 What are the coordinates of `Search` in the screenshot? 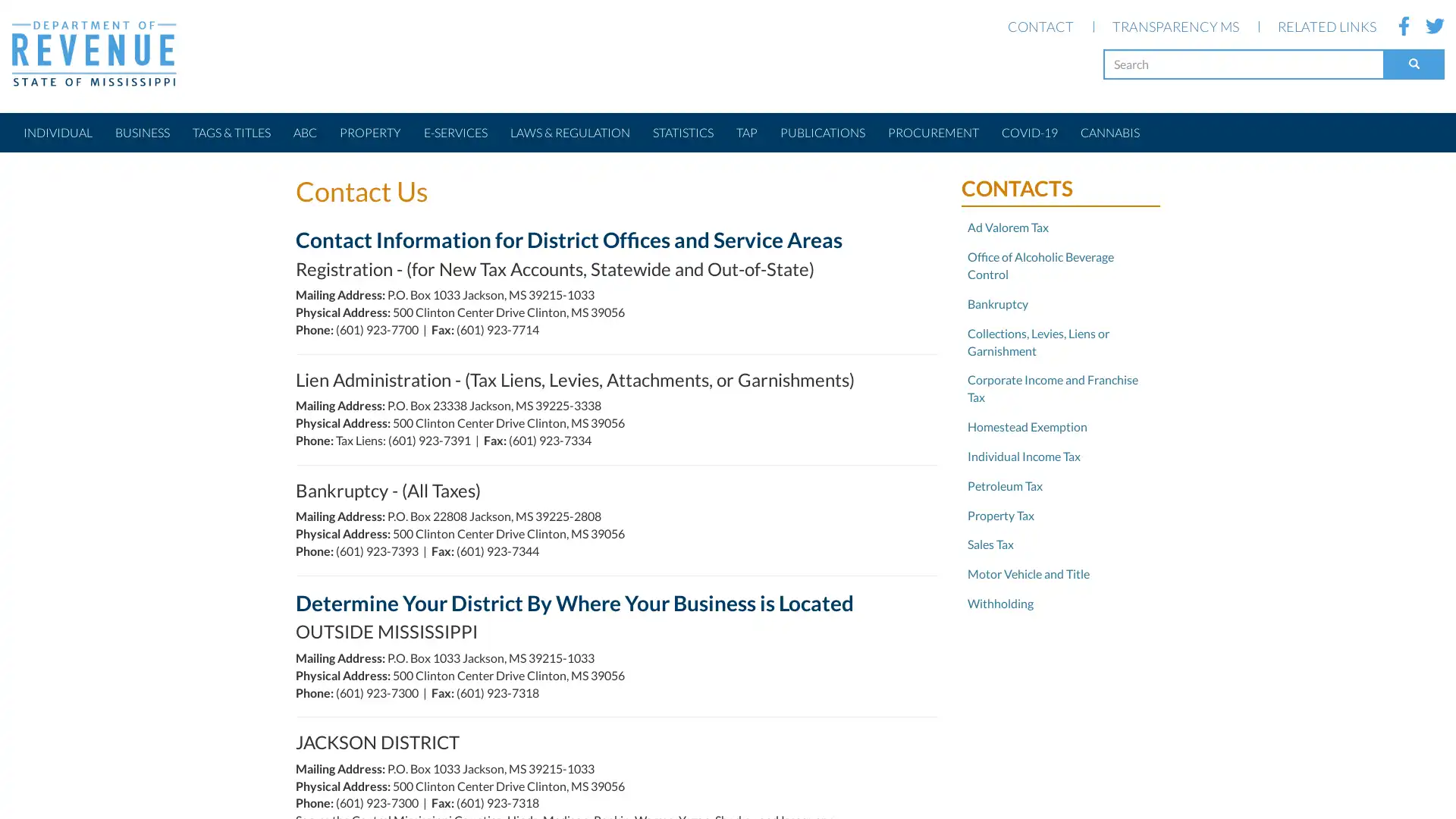 It's located at (1414, 63).